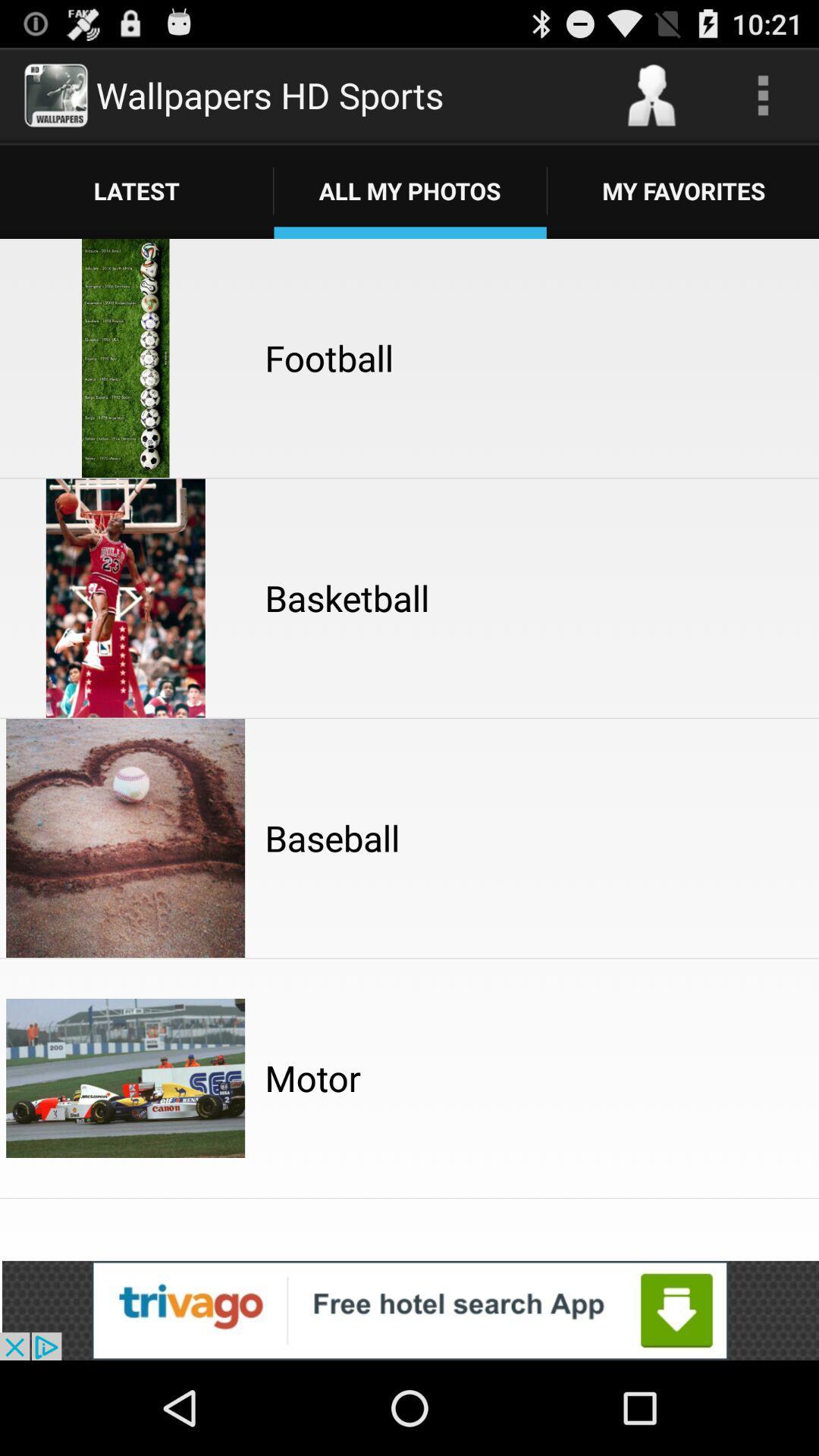 The height and width of the screenshot is (1456, 819). I want to click on adiveristment, so click(409, 1310).